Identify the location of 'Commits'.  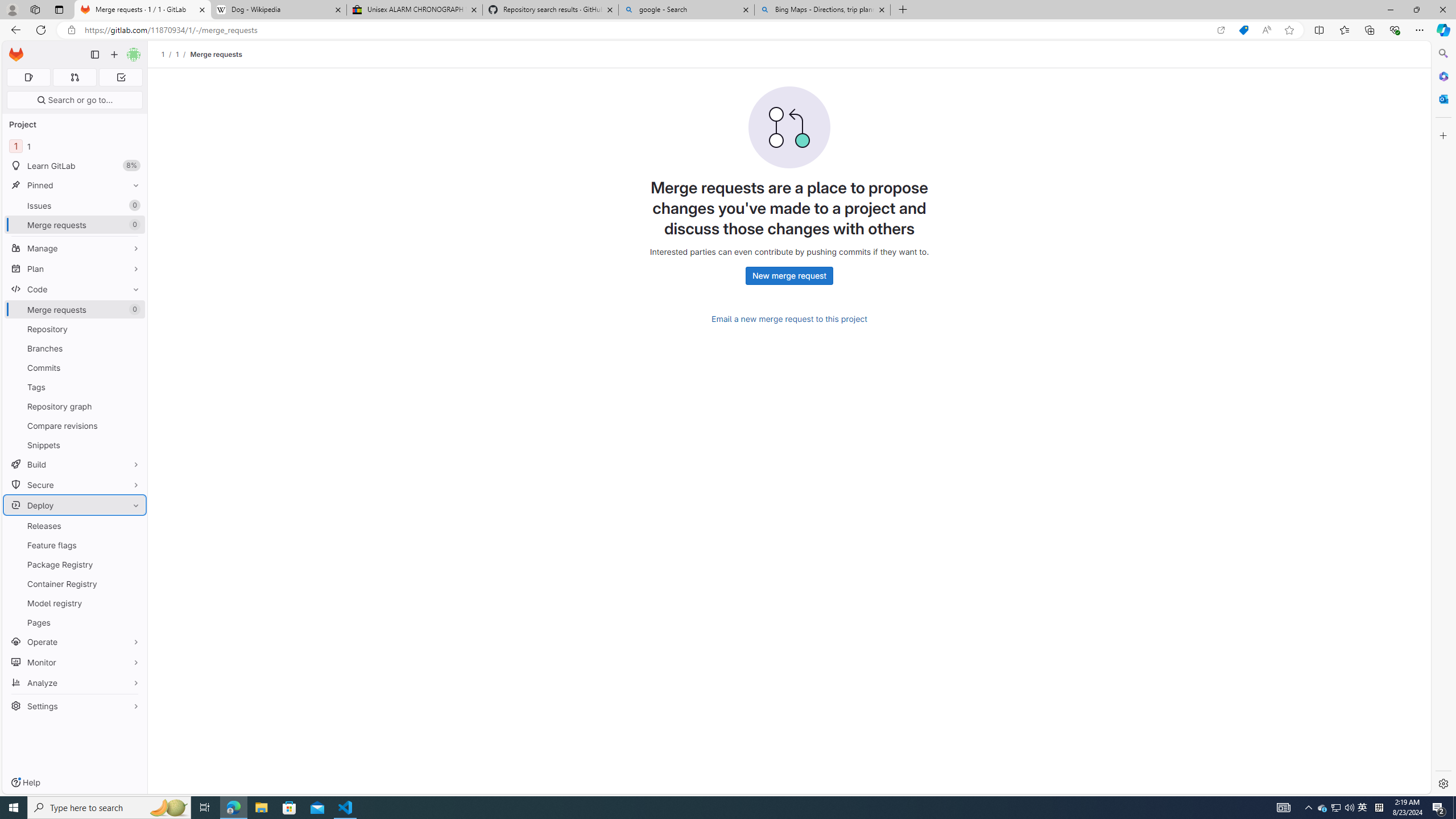
(74, 367).